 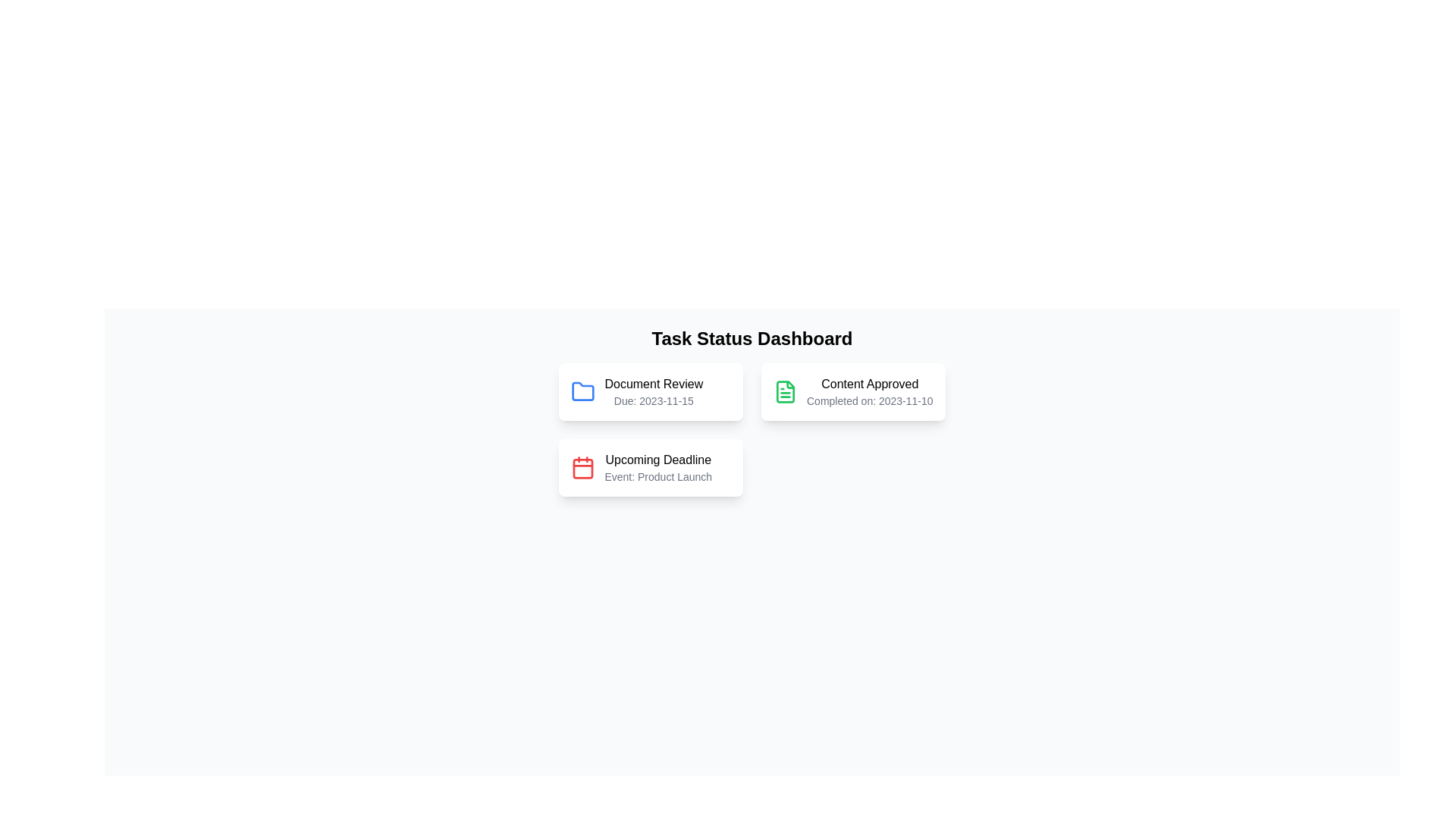 I want to click on the text label displaying 'Due: 2023-11-15', which is positioned directly below the 'Document Review' label within the 'Document Review' card component, so click(x=654, y=400).